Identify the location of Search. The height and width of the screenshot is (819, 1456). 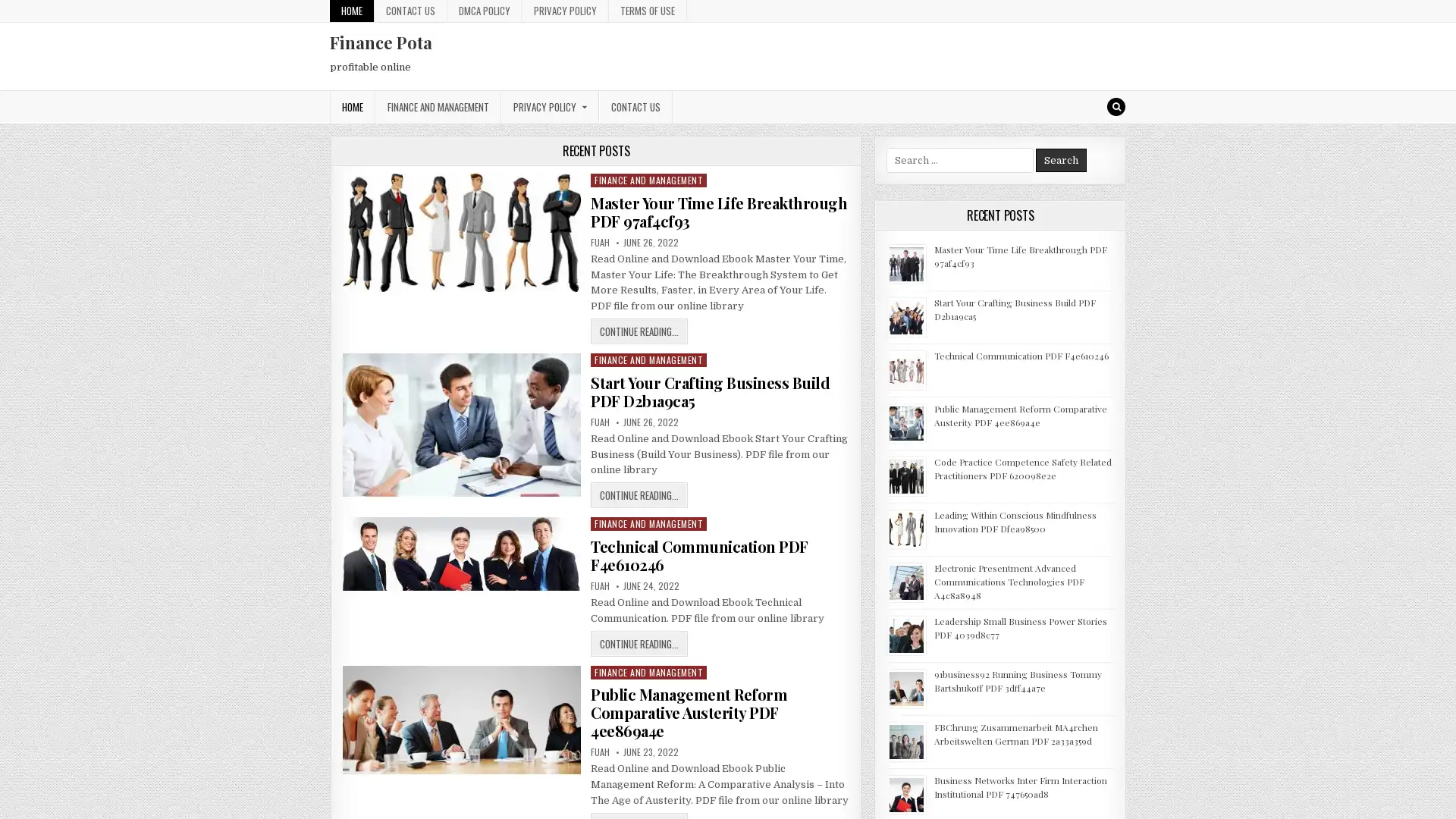
(1060, 160).